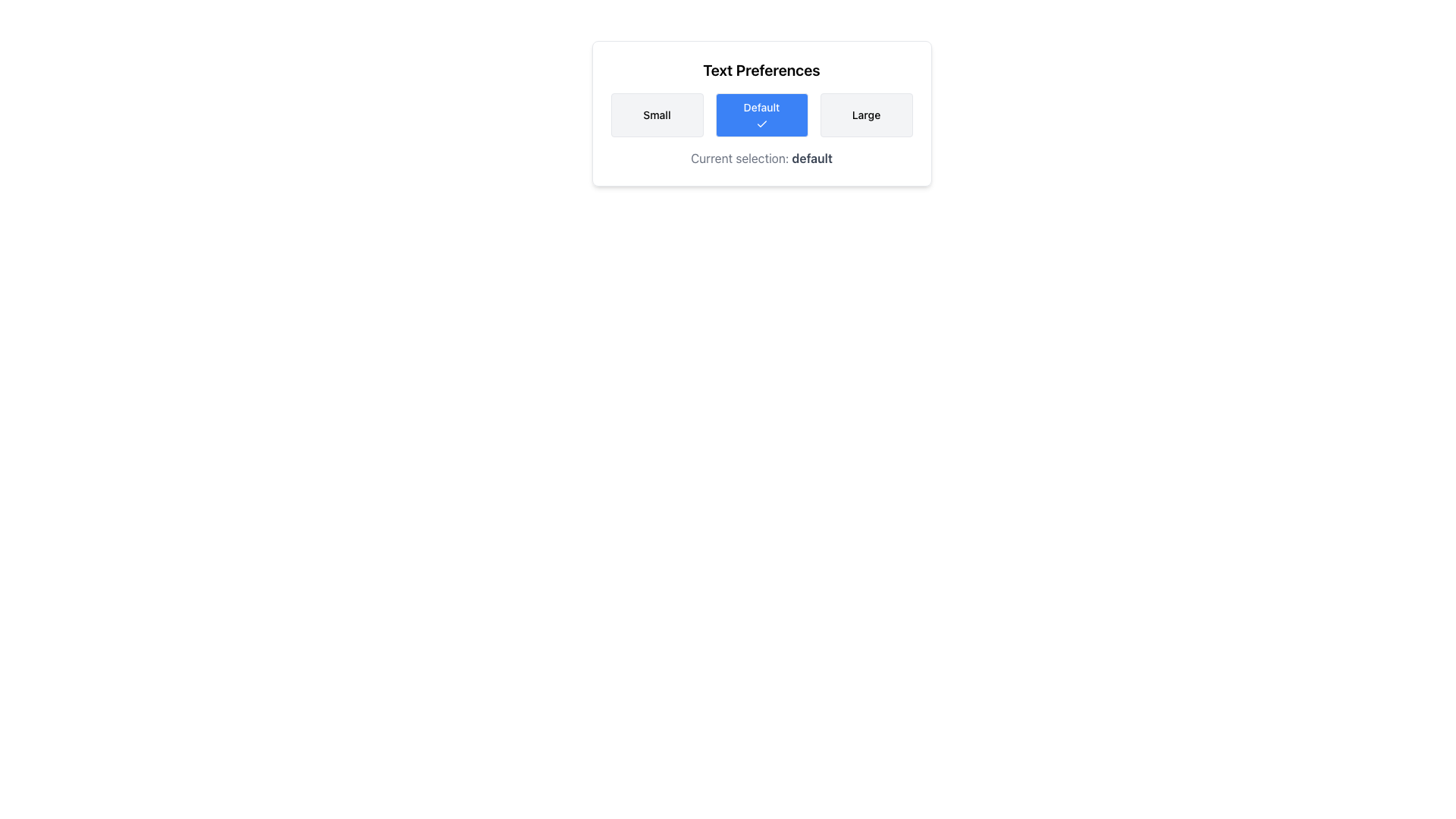  Describe the element at coordinates (657, 114) in the screenshot. I see `the 'Small' text size button, which is the first button in a row of three buttons` at that location.